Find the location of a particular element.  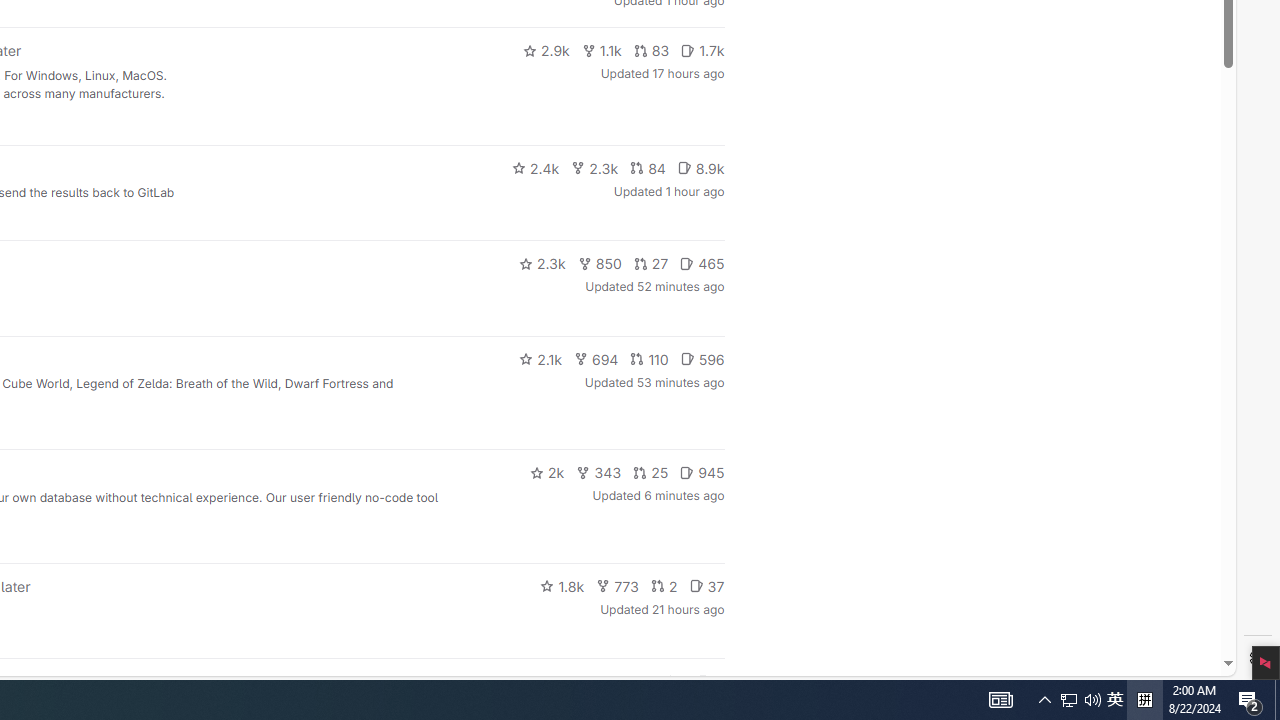

'2.9k' is located at coordinates (545, 50).